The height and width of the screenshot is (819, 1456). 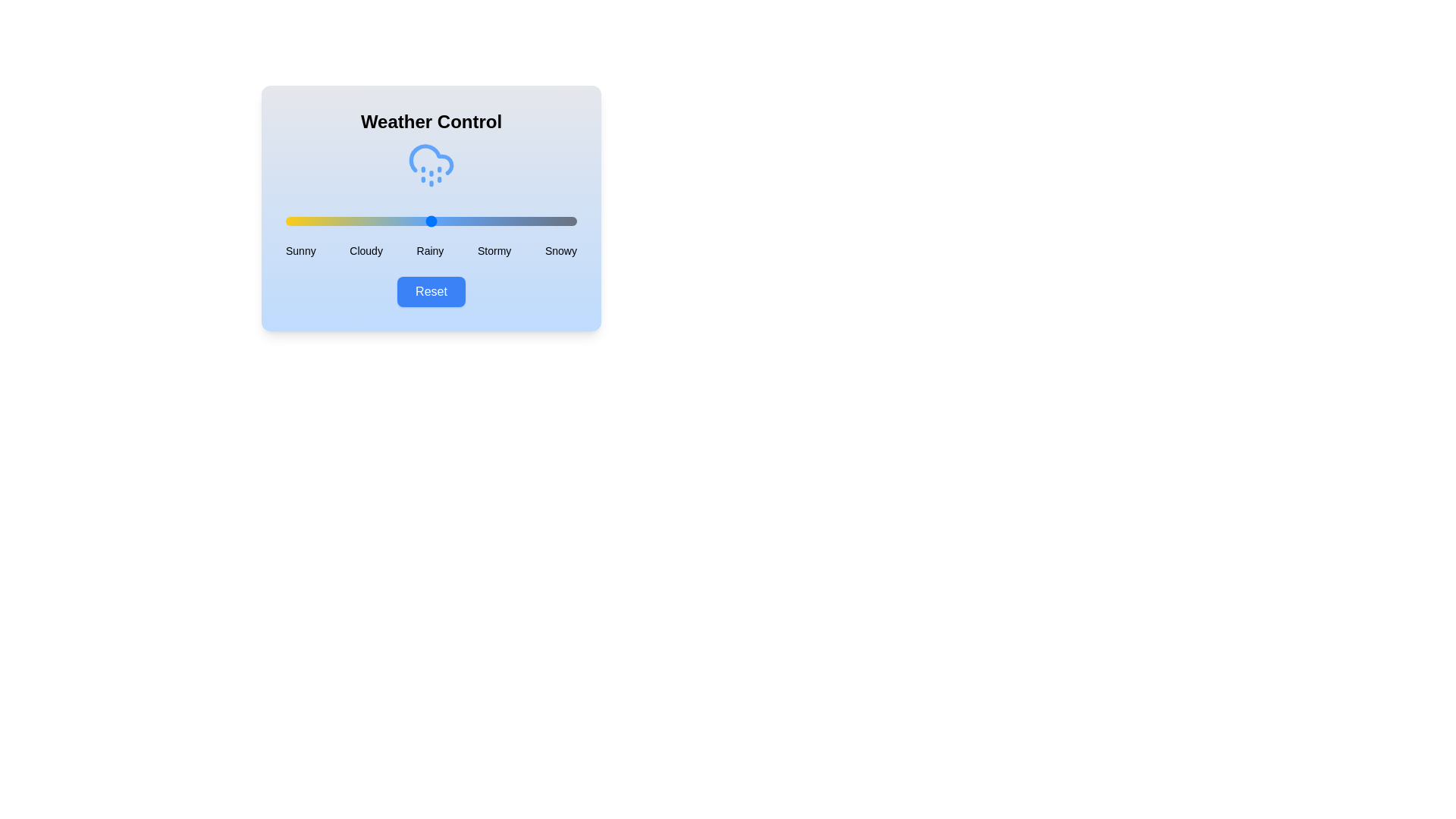 I want to click on the weather condition label Snowy to select it, so click(x=560, y=250).